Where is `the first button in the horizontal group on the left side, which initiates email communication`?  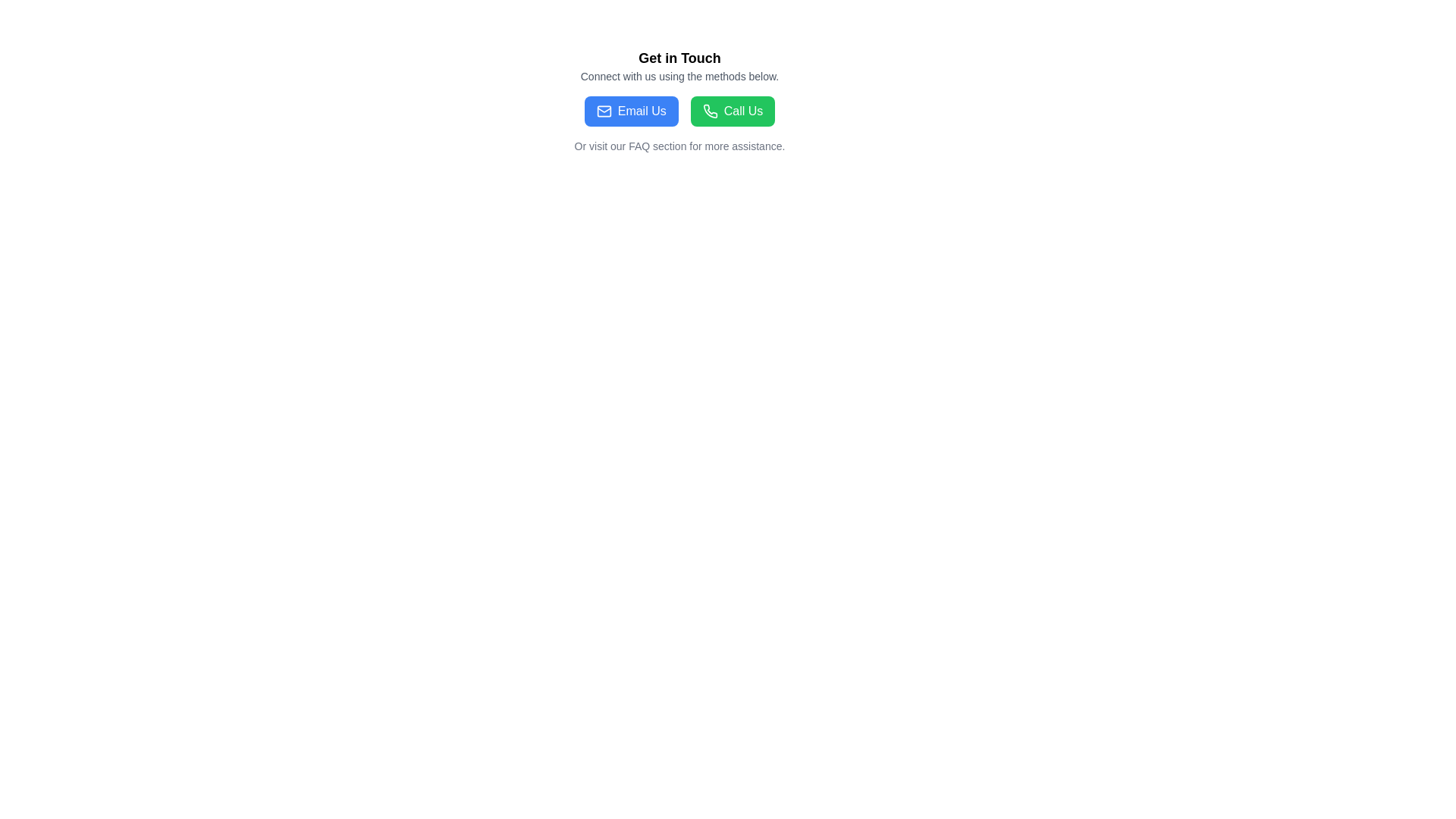
the first button in the horizontal group on the left side, which initiates email communication is located at coordinates (631, 110).